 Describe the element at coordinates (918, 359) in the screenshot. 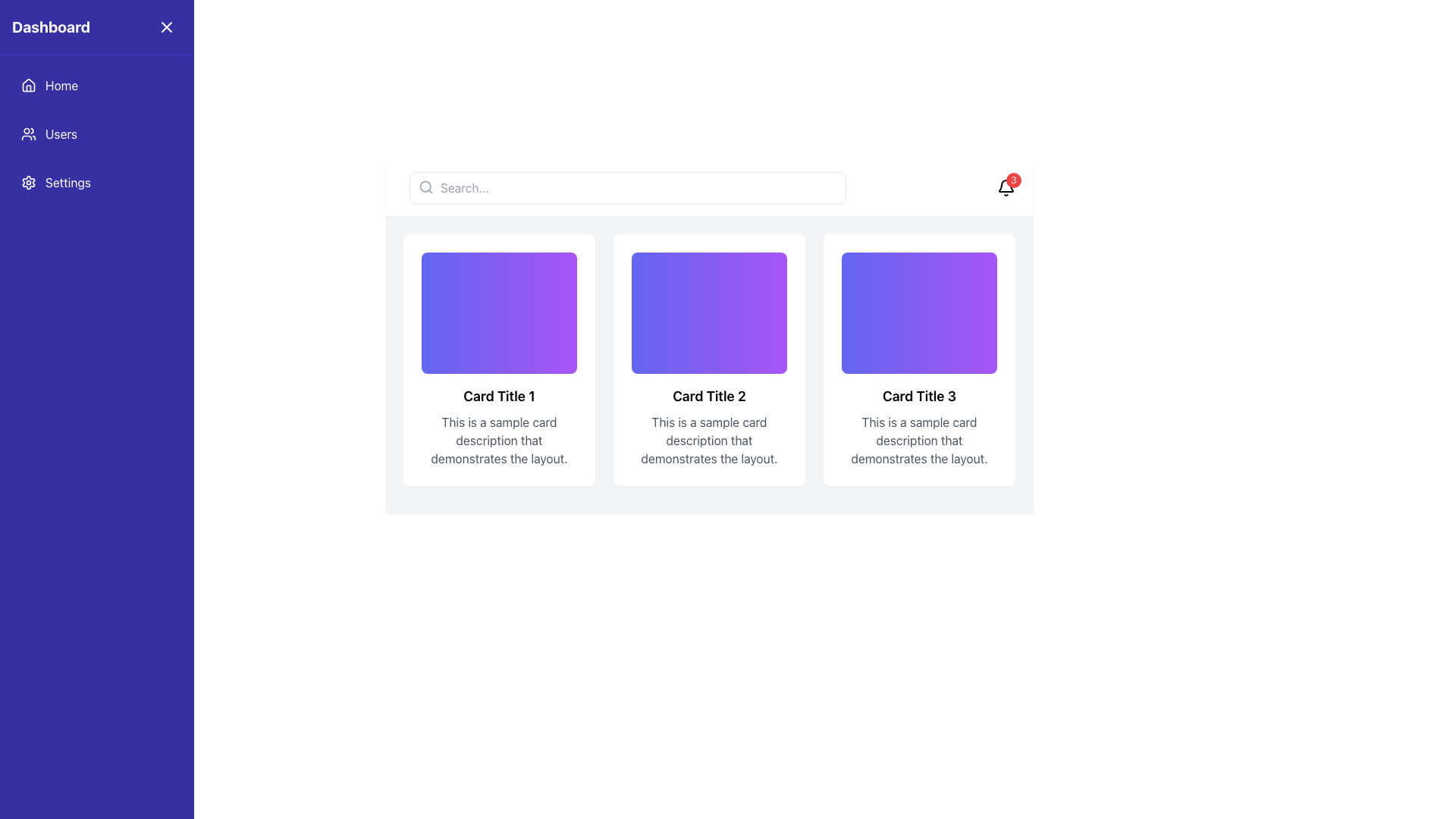

I see `the gradient rectangle in the third card of the three-column grid layout, which is positioned to the far-right, adjacent to 'Card Title 2'` at that location.